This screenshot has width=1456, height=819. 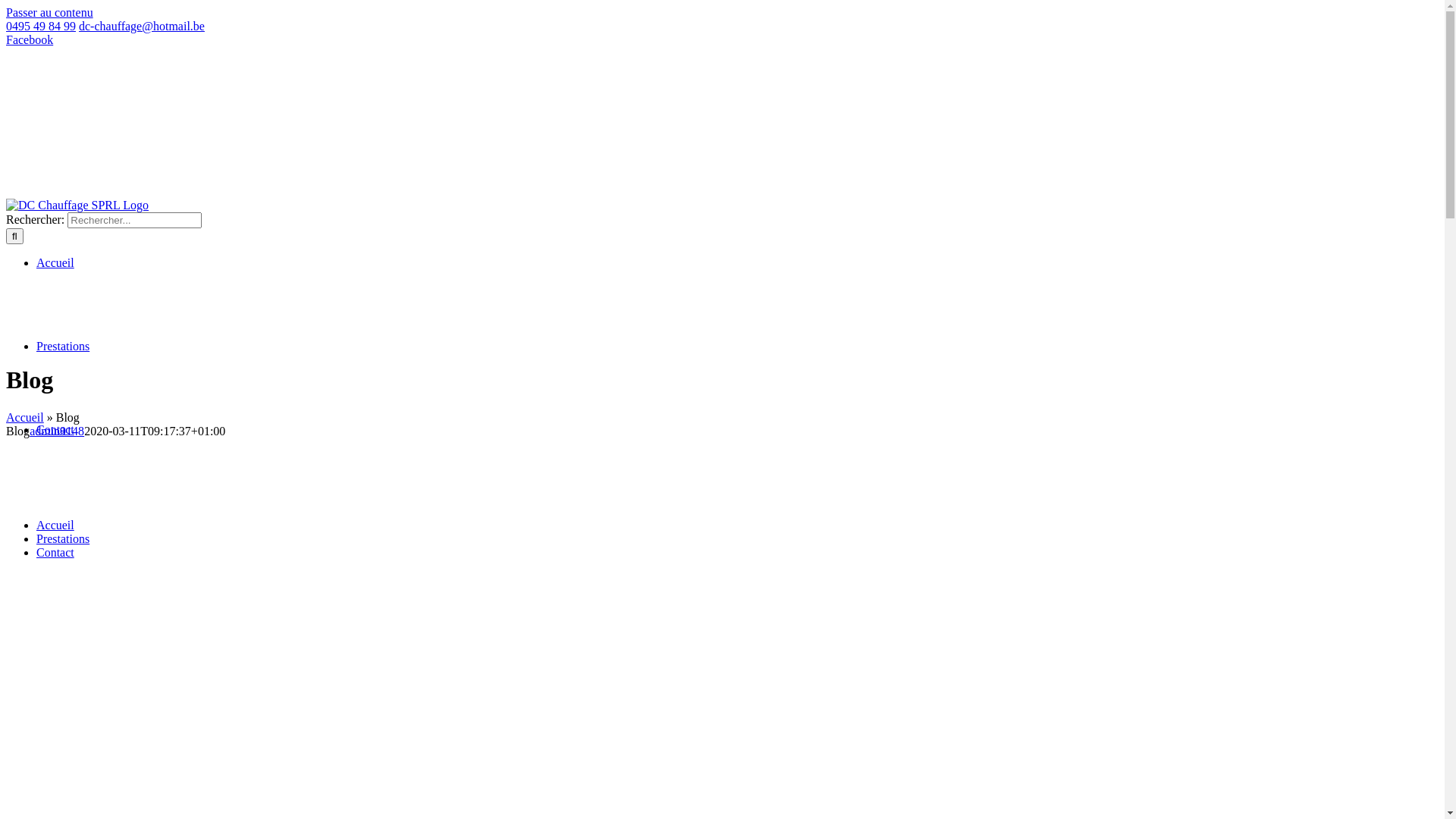 I want to click on 'admin9148', so click(x=57, y=431).